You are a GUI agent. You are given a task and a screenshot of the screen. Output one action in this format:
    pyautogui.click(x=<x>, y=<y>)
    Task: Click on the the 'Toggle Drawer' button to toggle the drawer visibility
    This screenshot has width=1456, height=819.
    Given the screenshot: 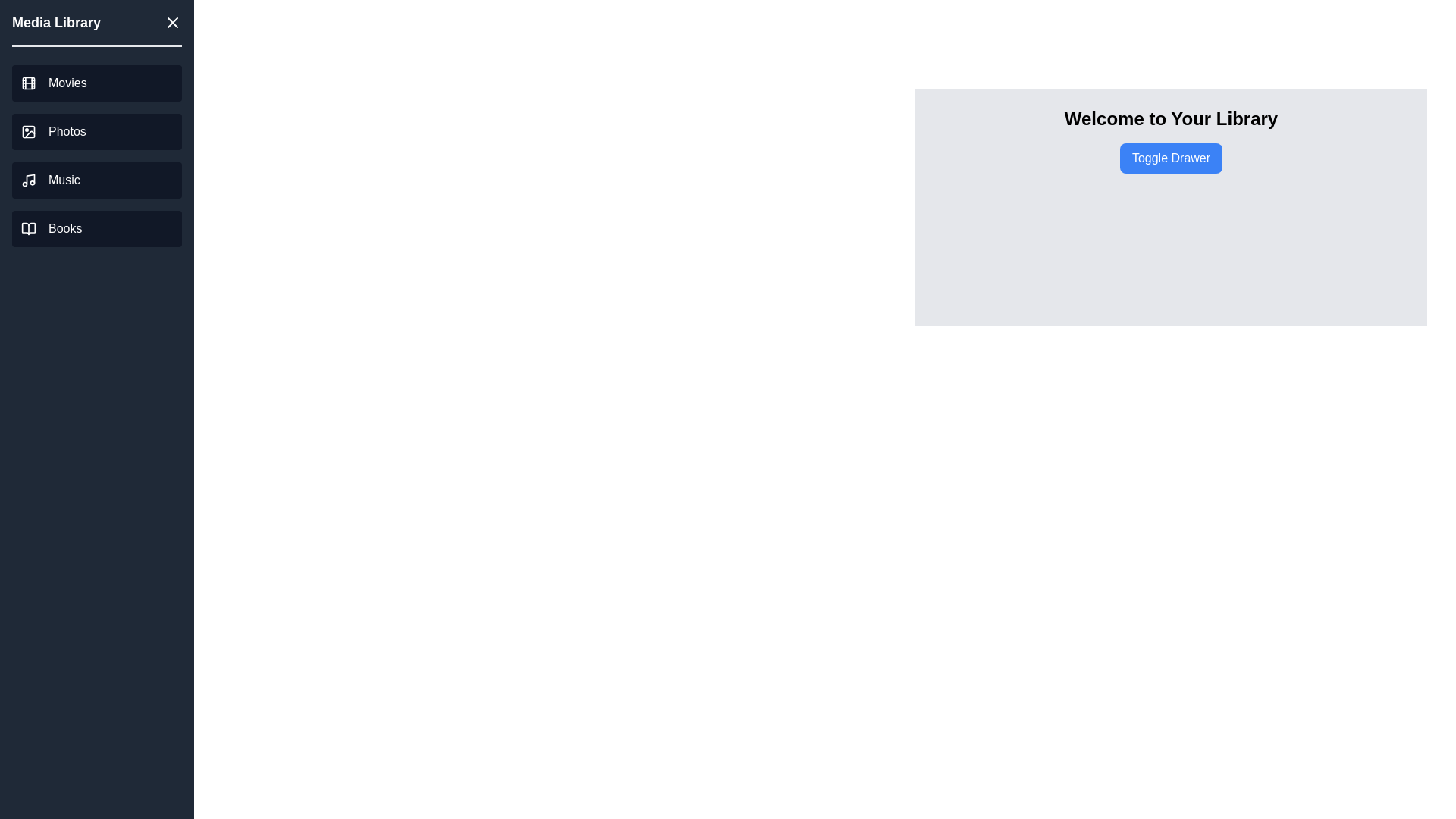 What is the action you would take?
    pyautogui.click(x=1170, y=158)
    